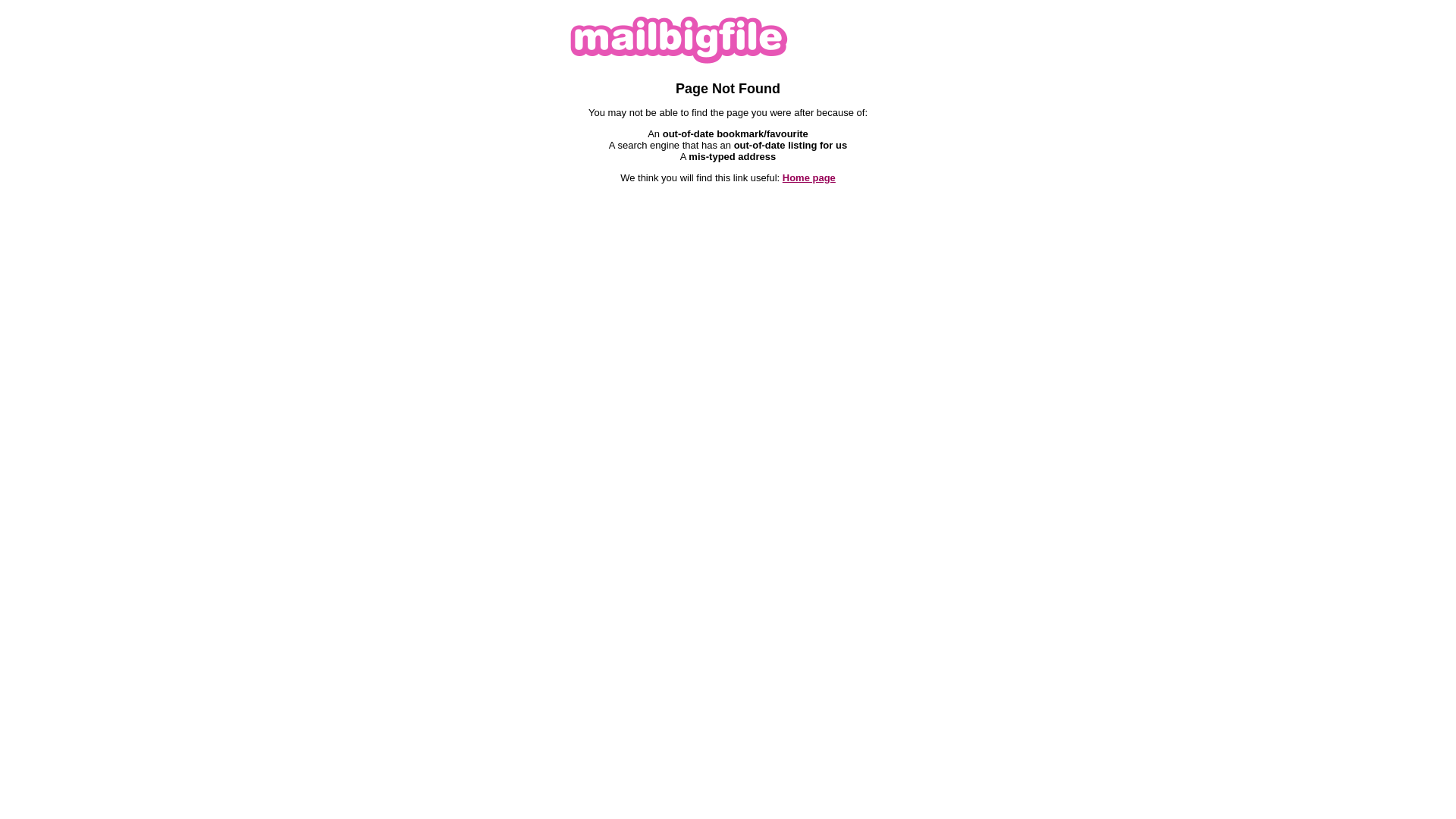  I want to click on 'Home page', so click(783, 177).